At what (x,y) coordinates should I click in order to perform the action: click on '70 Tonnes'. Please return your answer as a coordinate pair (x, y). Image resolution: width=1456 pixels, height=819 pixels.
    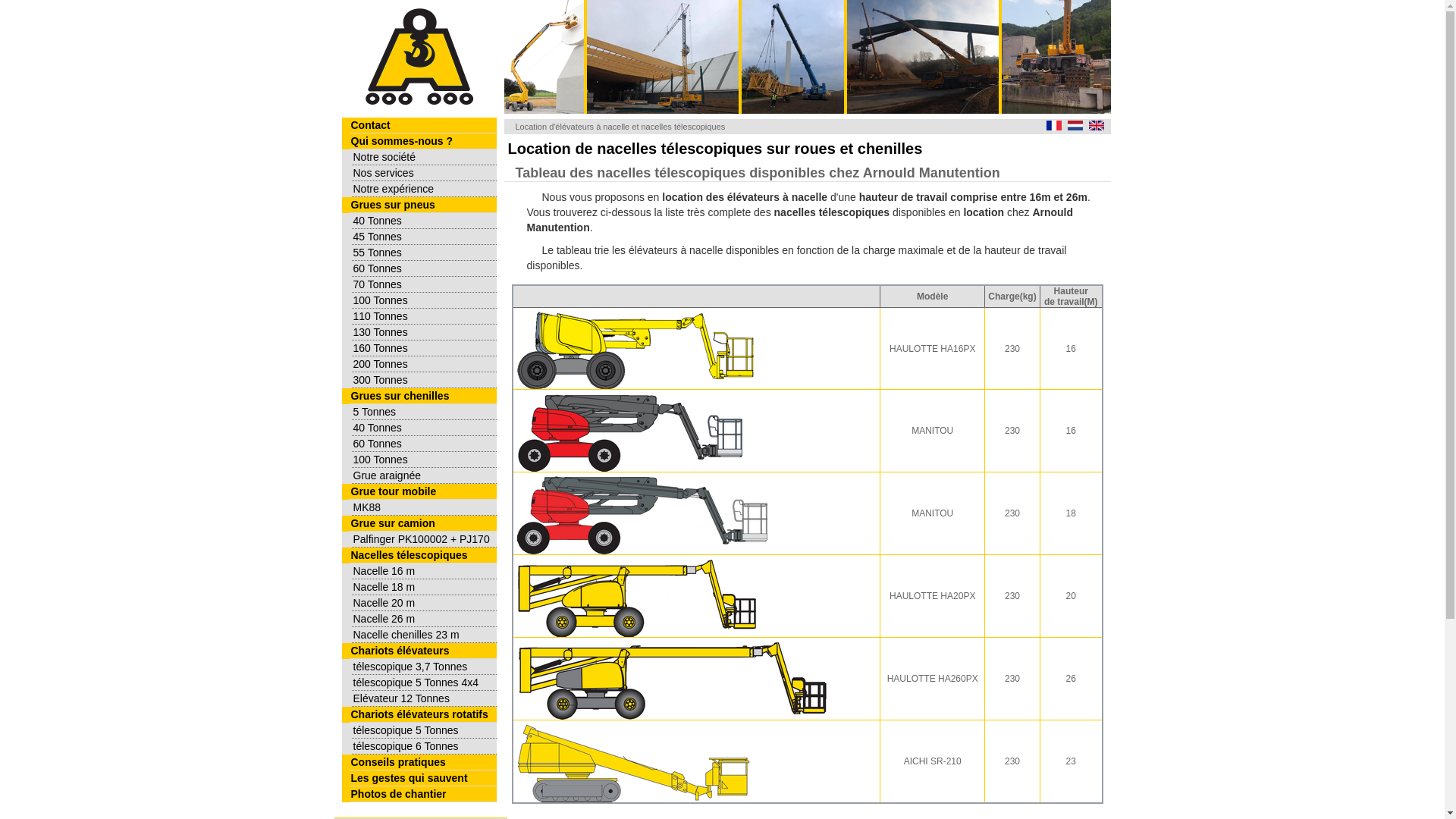
    Looking at the image, I should click on (424, 284).